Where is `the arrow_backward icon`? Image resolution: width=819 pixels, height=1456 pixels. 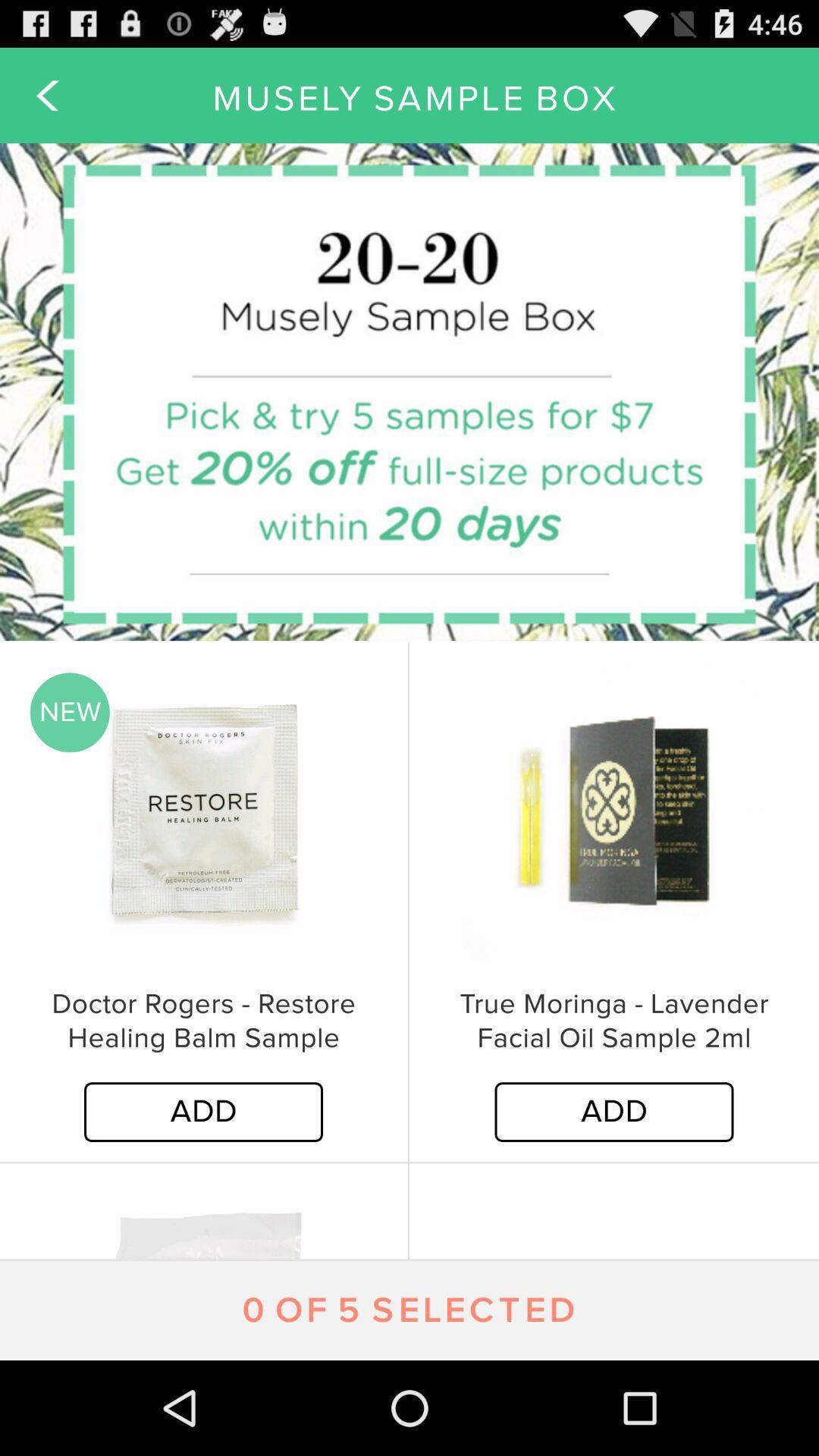 the arrow_backward icon is located at coordinates (46, 101).